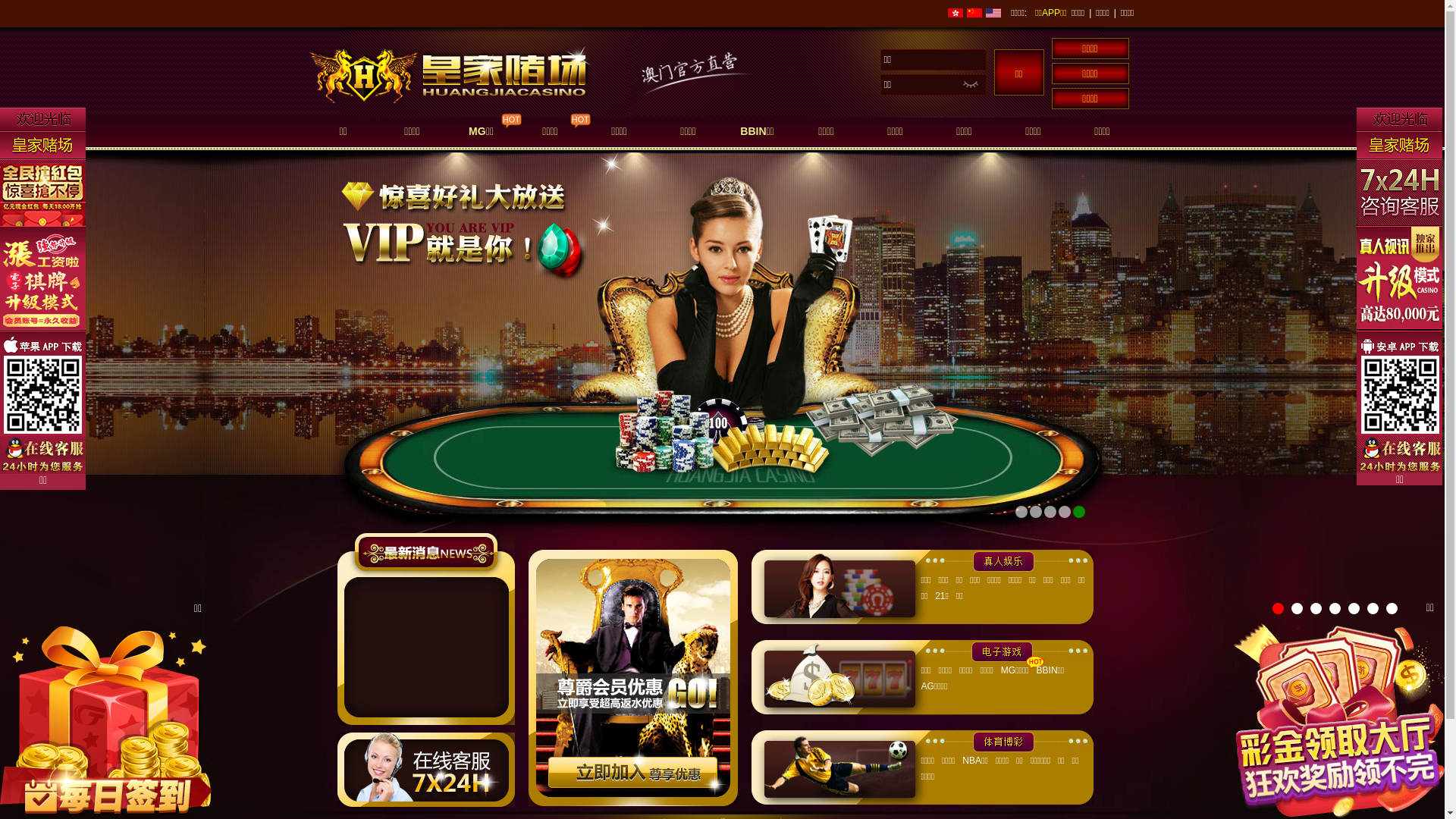  What do you see at coordinates (1373, 607) in the screenshot?
I see `'6'` at bounding box center [1373, 607].